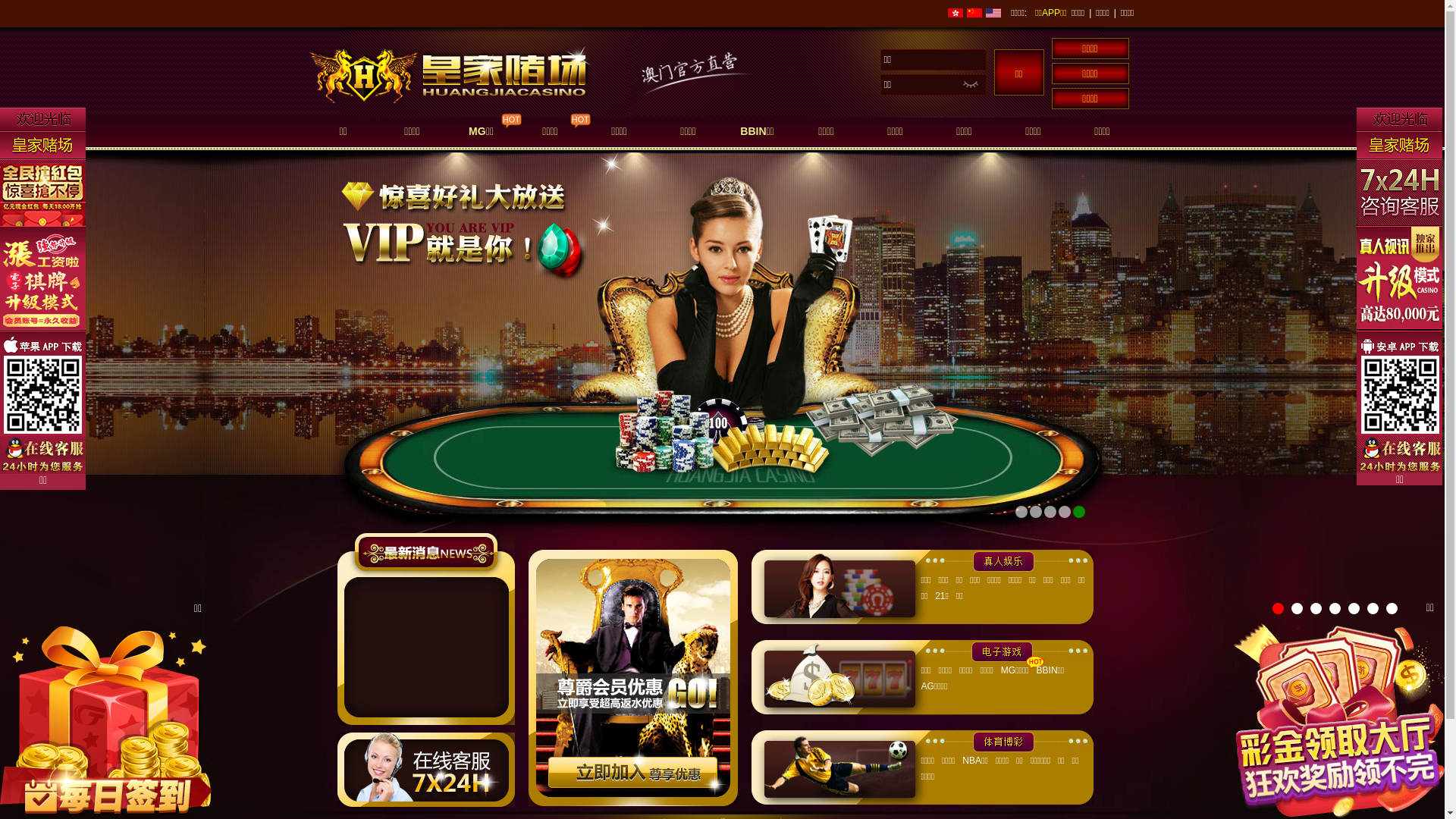  What do you see at coordinates (1373, 607) in the screenshot?
I see `'6'` at bounding box center [1373, 607].